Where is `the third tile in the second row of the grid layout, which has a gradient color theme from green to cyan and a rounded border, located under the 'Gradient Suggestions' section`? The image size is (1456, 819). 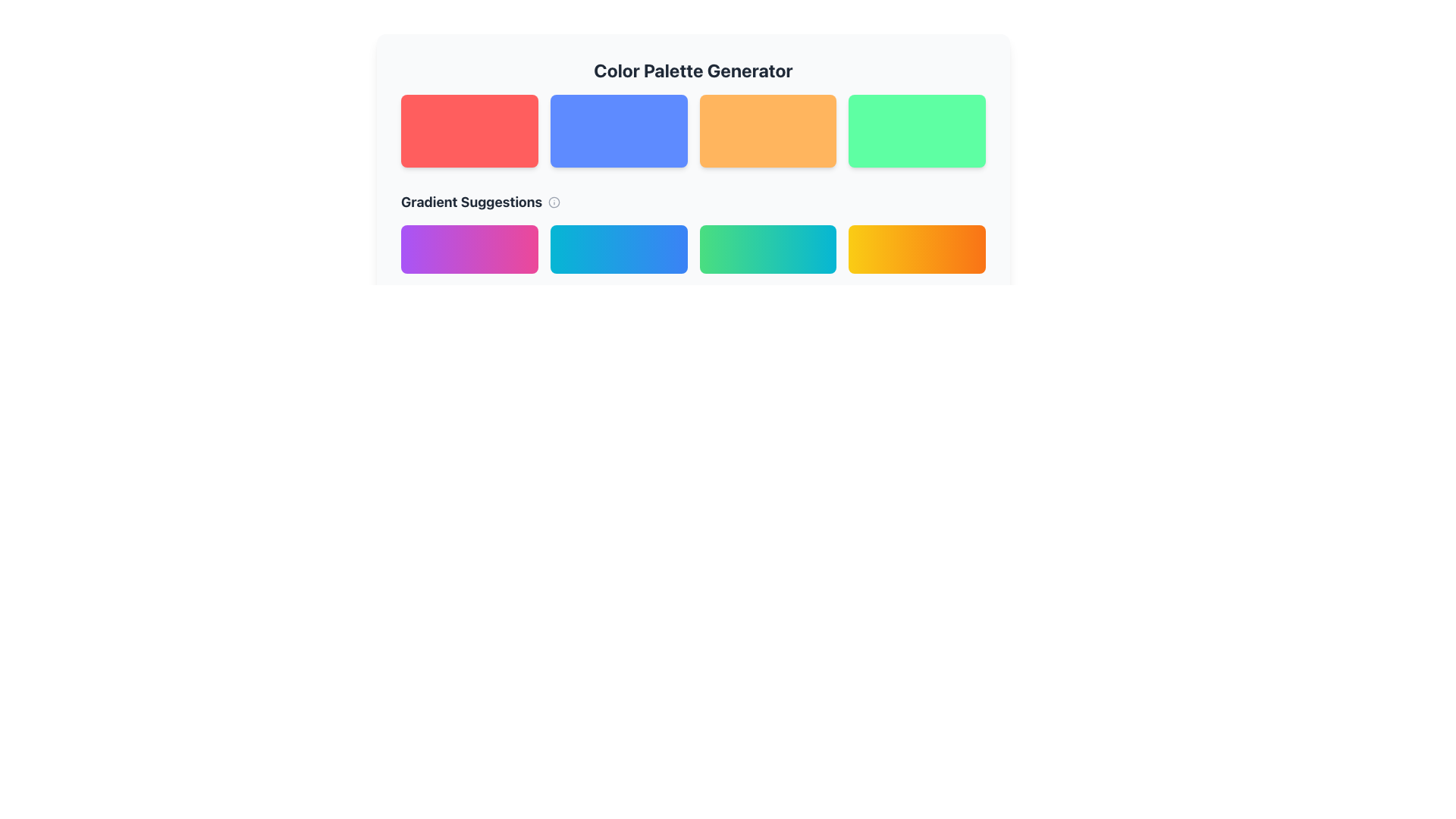
the third tile in the second row of the grid layout, which has a gradient color theme from green to cyan and a rounded border, located under the 'Gradient Suggestions' section is located at coordinates (692, 227).